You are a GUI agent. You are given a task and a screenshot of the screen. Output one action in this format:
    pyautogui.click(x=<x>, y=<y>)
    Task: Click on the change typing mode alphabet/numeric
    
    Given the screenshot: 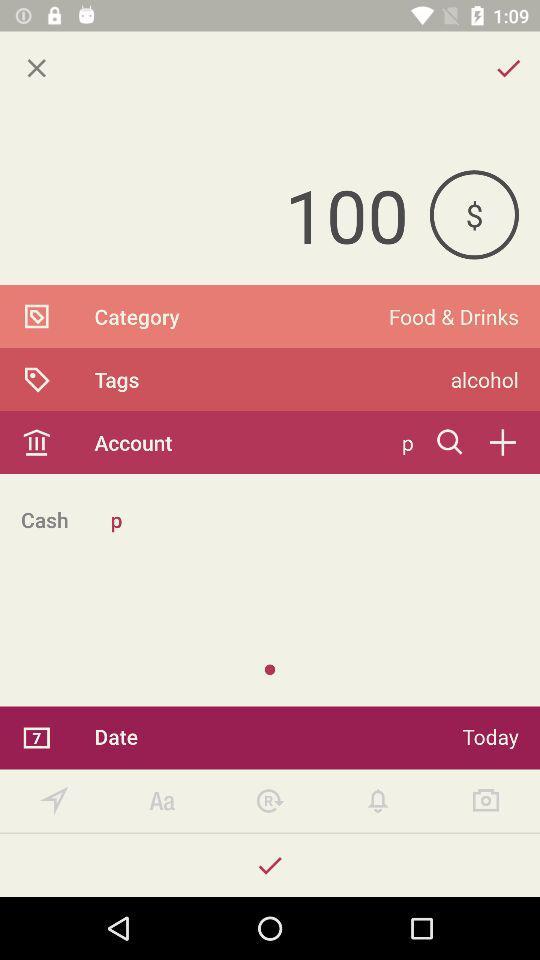 What is the action you would take?
    pyautogui.click(x=161, y=801)
    